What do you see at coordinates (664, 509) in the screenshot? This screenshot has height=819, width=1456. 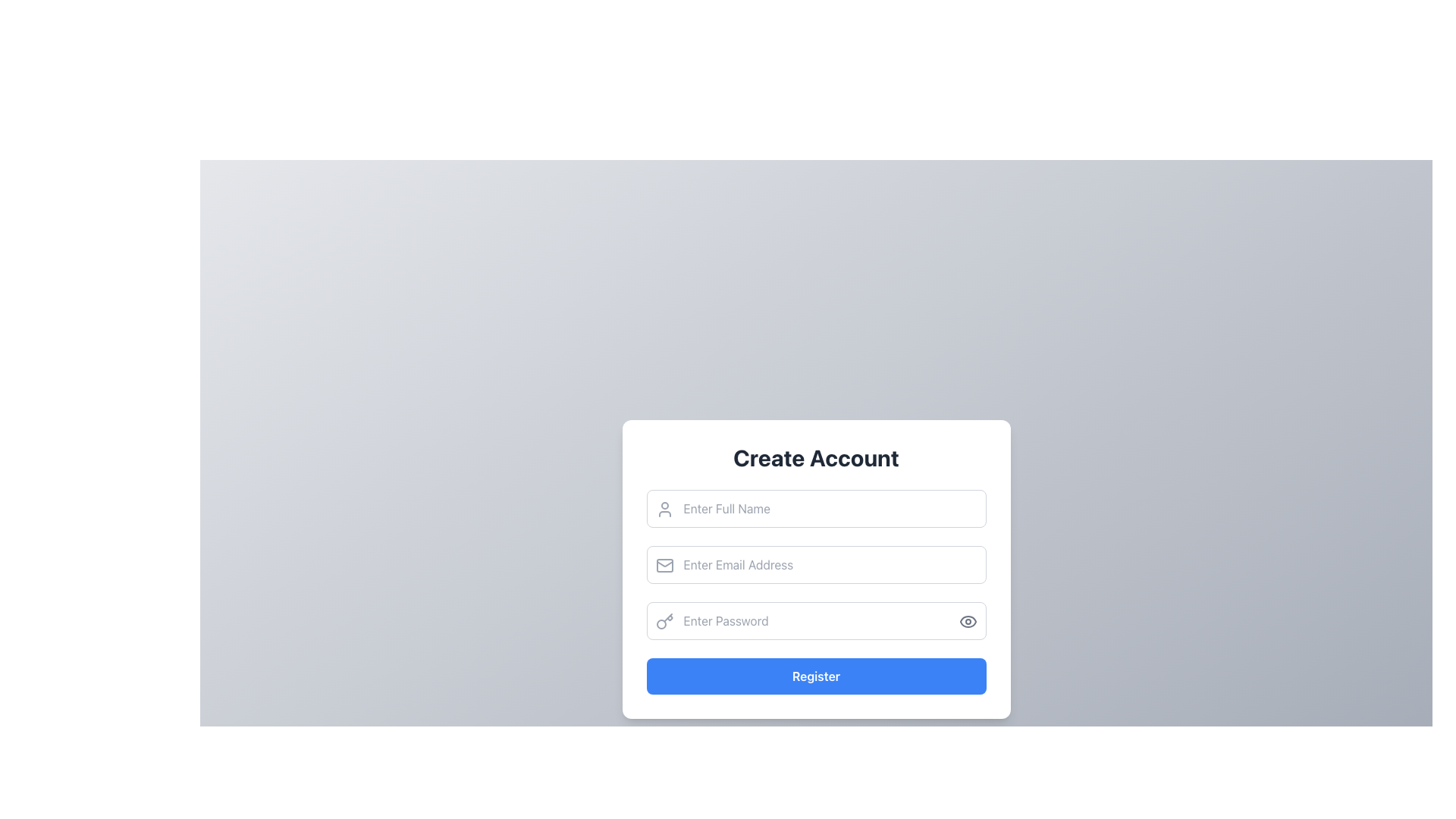 I see `the decorative icon associated with the name input field, located at the left side of the field` at bounding box center [664, 509].